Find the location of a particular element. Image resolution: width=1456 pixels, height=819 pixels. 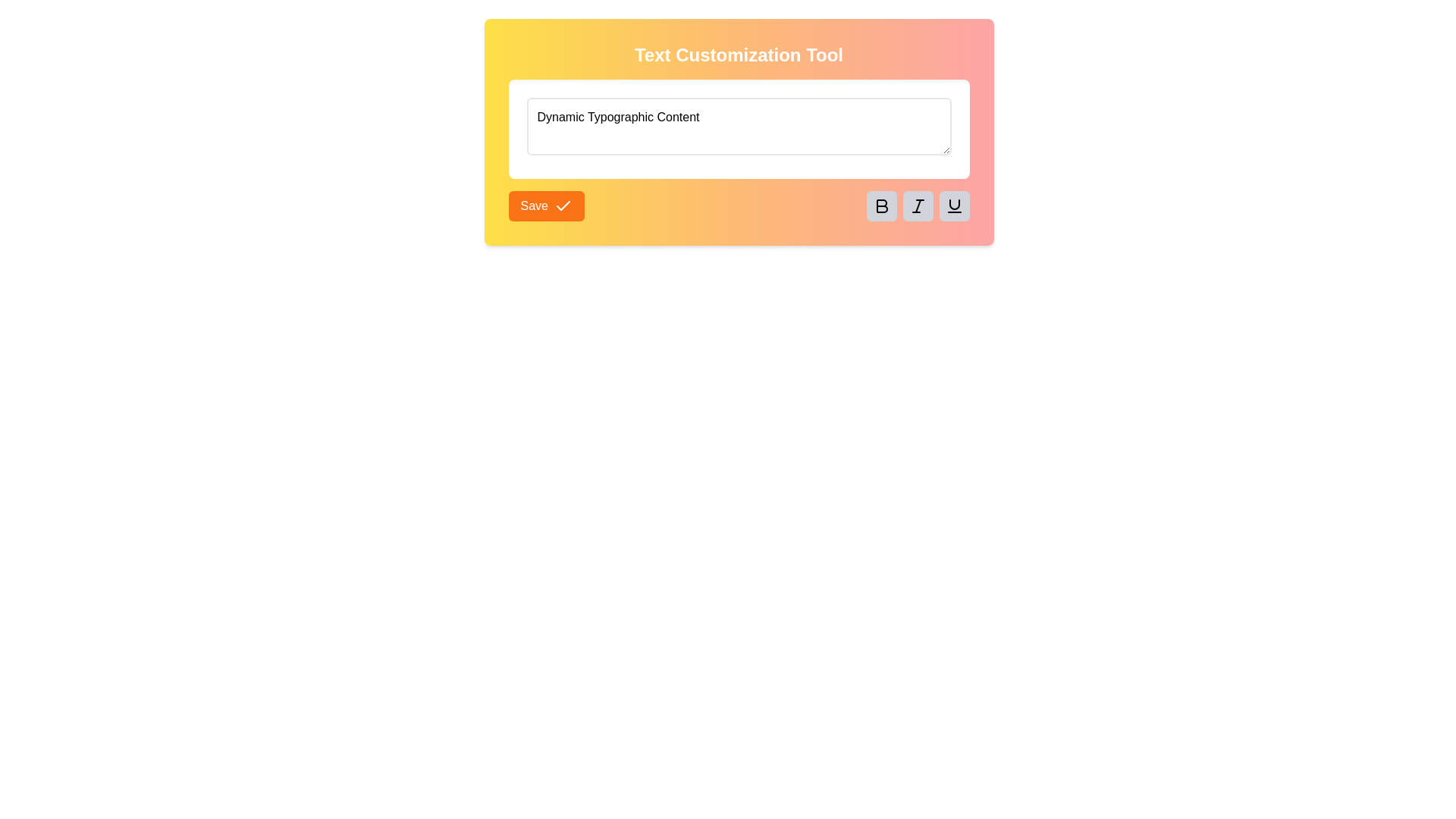

the underline button, the last icon in the formatting row is located at coordinates (953, 206).